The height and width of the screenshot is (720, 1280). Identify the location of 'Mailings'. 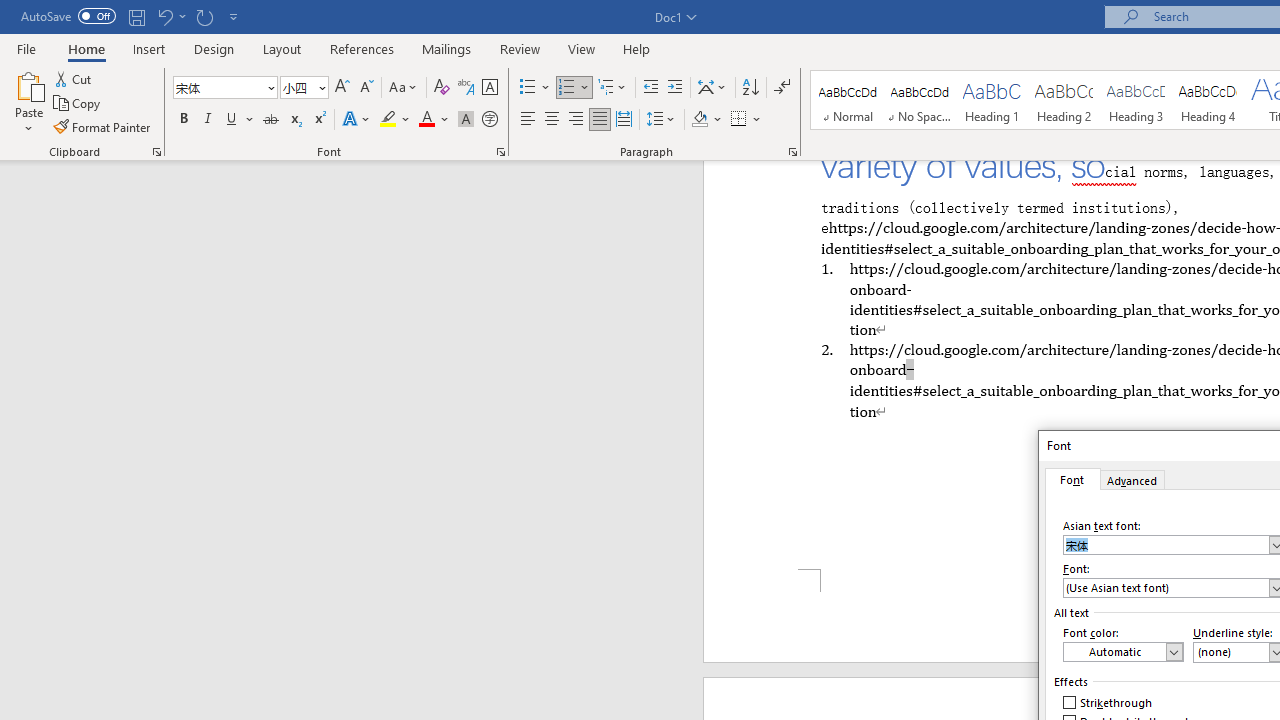
(446, 48).